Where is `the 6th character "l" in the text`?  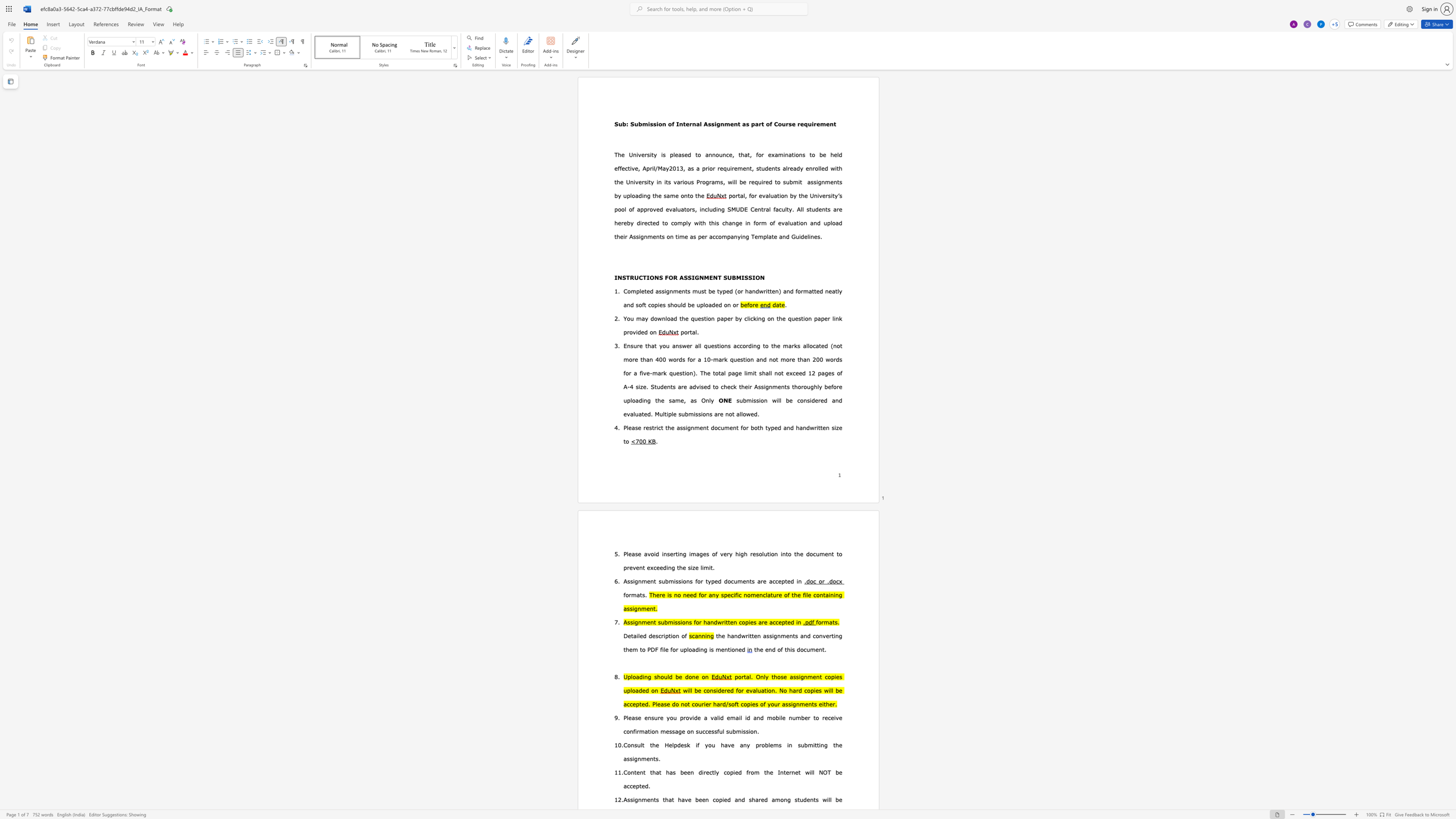 the 6th character "l" in the text is located at coordinates (785, 209).